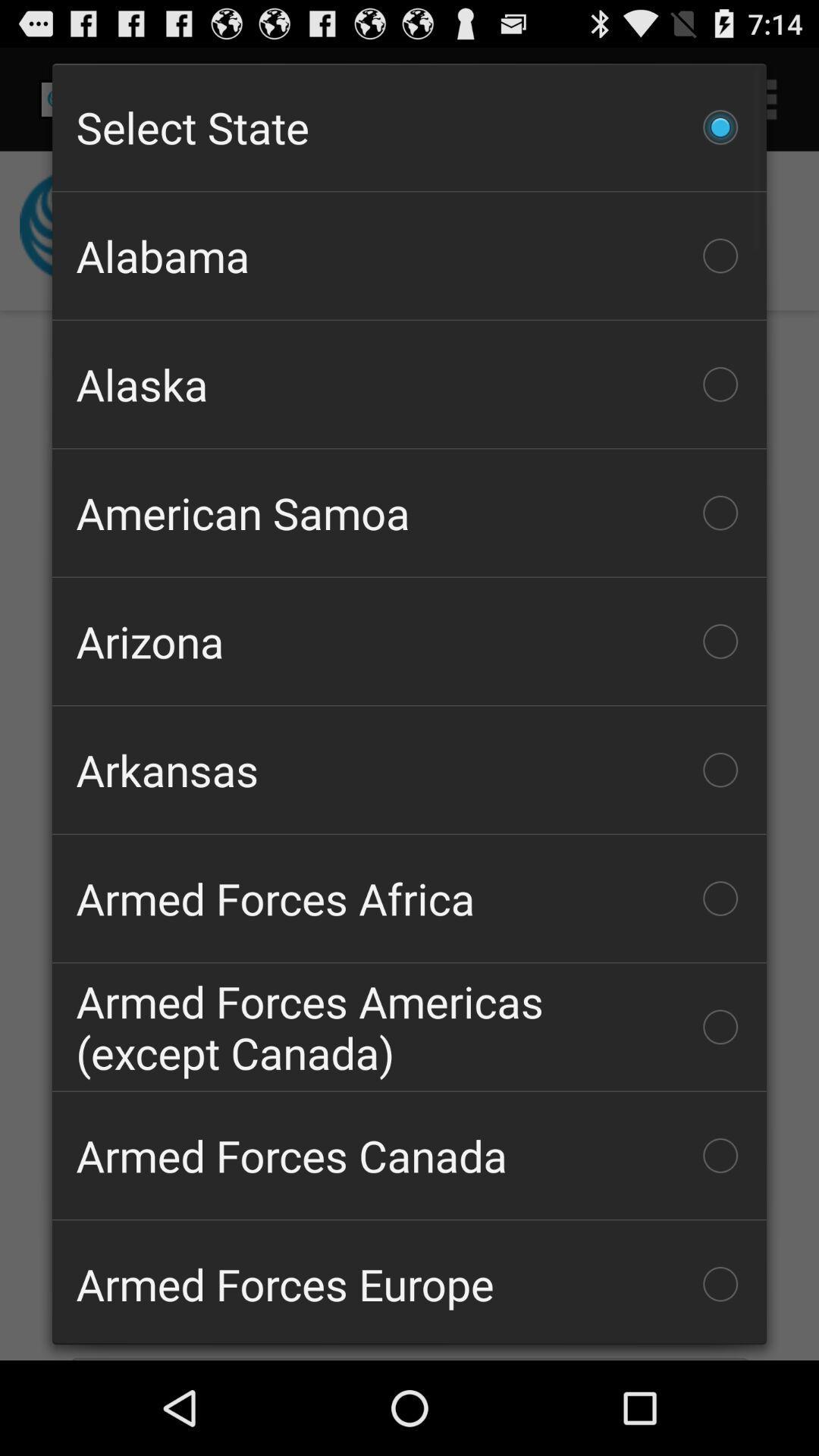 The height and width of the screenshot is (1456, 819). What do you see at coordinates (409, 513) in the screenshot?
I see `the american samoa item` at bounding box center [409, 513].